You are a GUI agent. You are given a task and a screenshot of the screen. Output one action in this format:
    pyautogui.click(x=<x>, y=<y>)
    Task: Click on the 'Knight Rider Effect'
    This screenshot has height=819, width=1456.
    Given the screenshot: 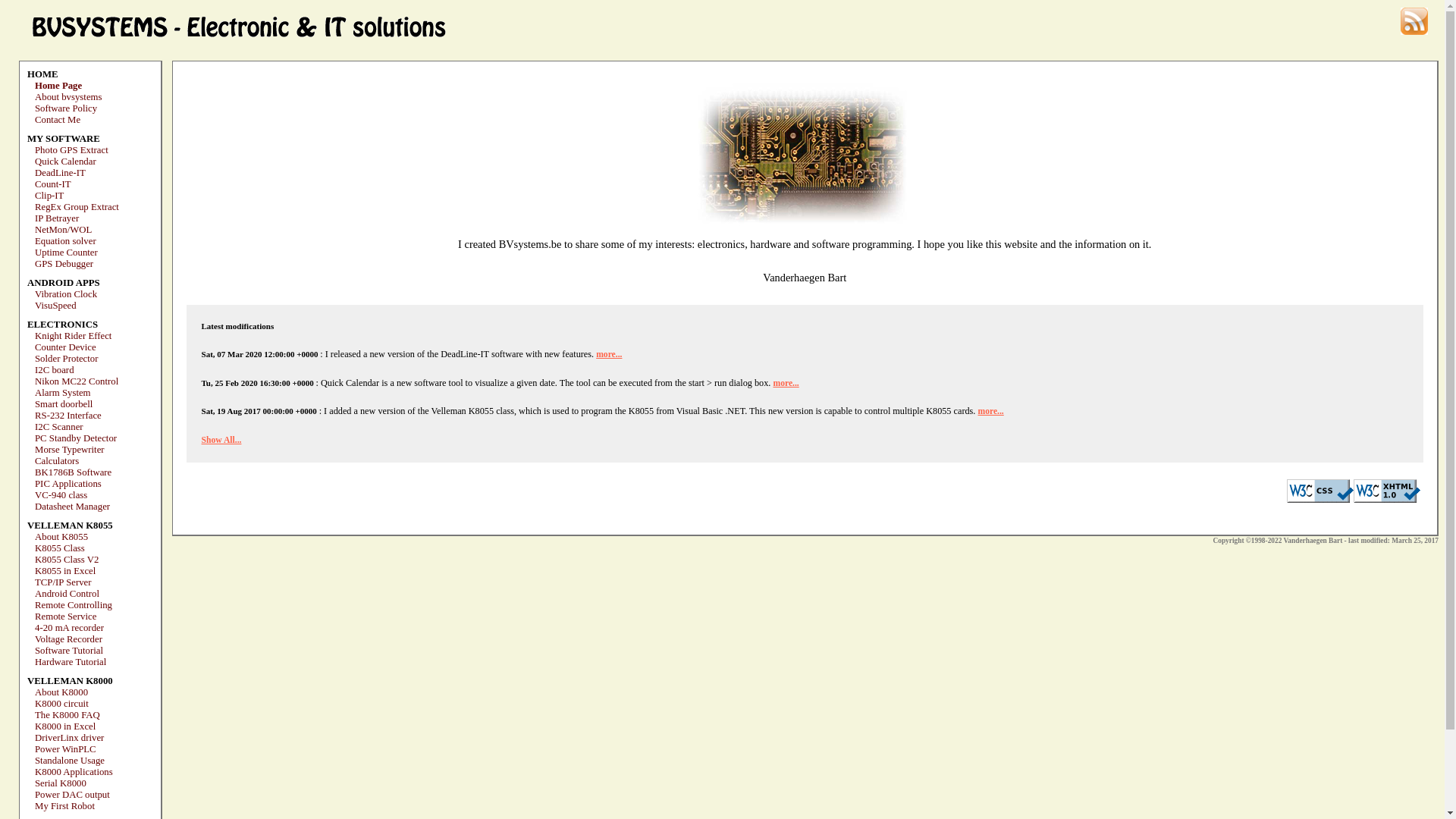 What is the action you would take?
    pyautogui.click(x=72, y=335)
    